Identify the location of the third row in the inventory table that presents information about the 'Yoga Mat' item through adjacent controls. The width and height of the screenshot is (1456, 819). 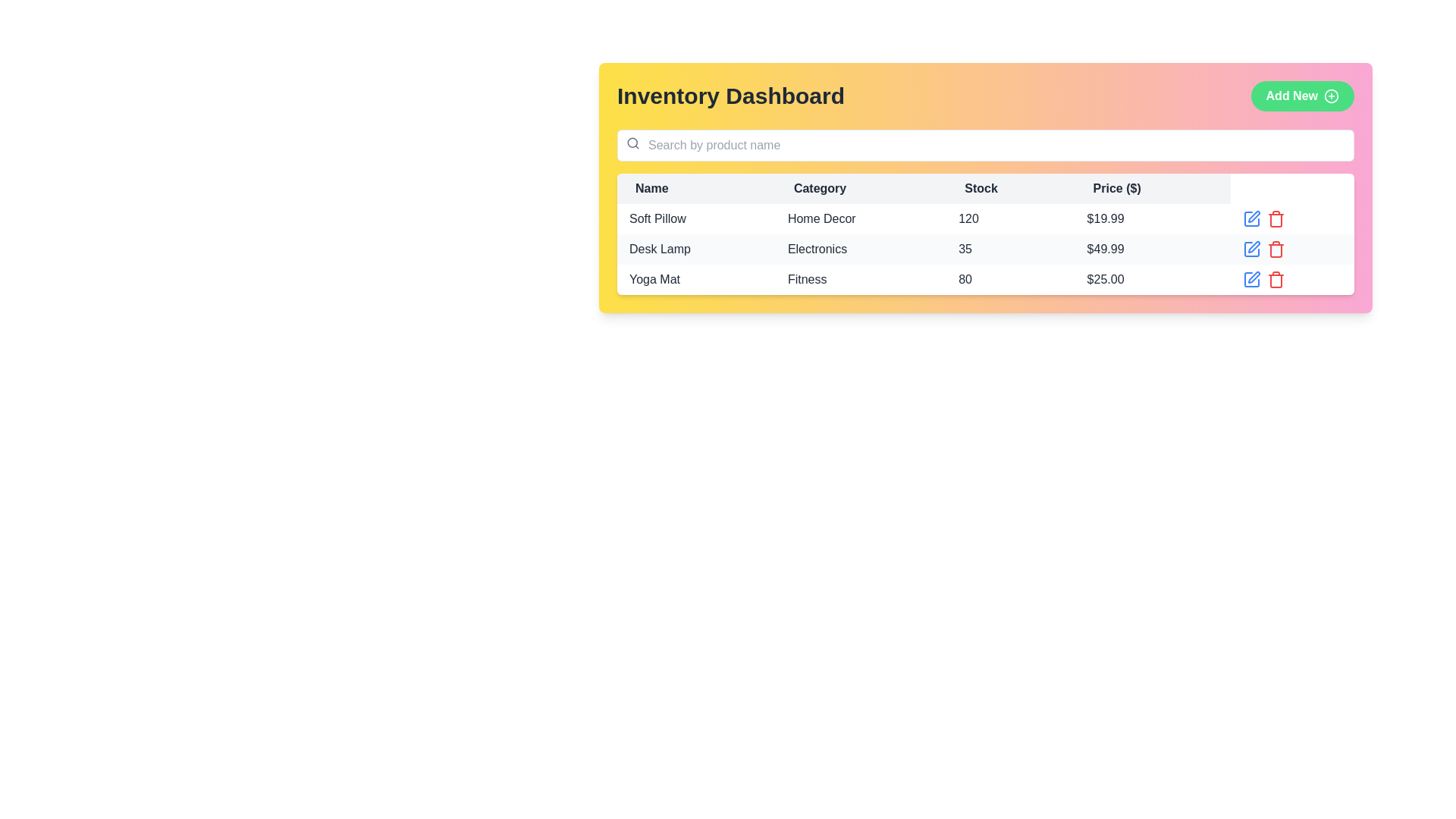
(986, 280).